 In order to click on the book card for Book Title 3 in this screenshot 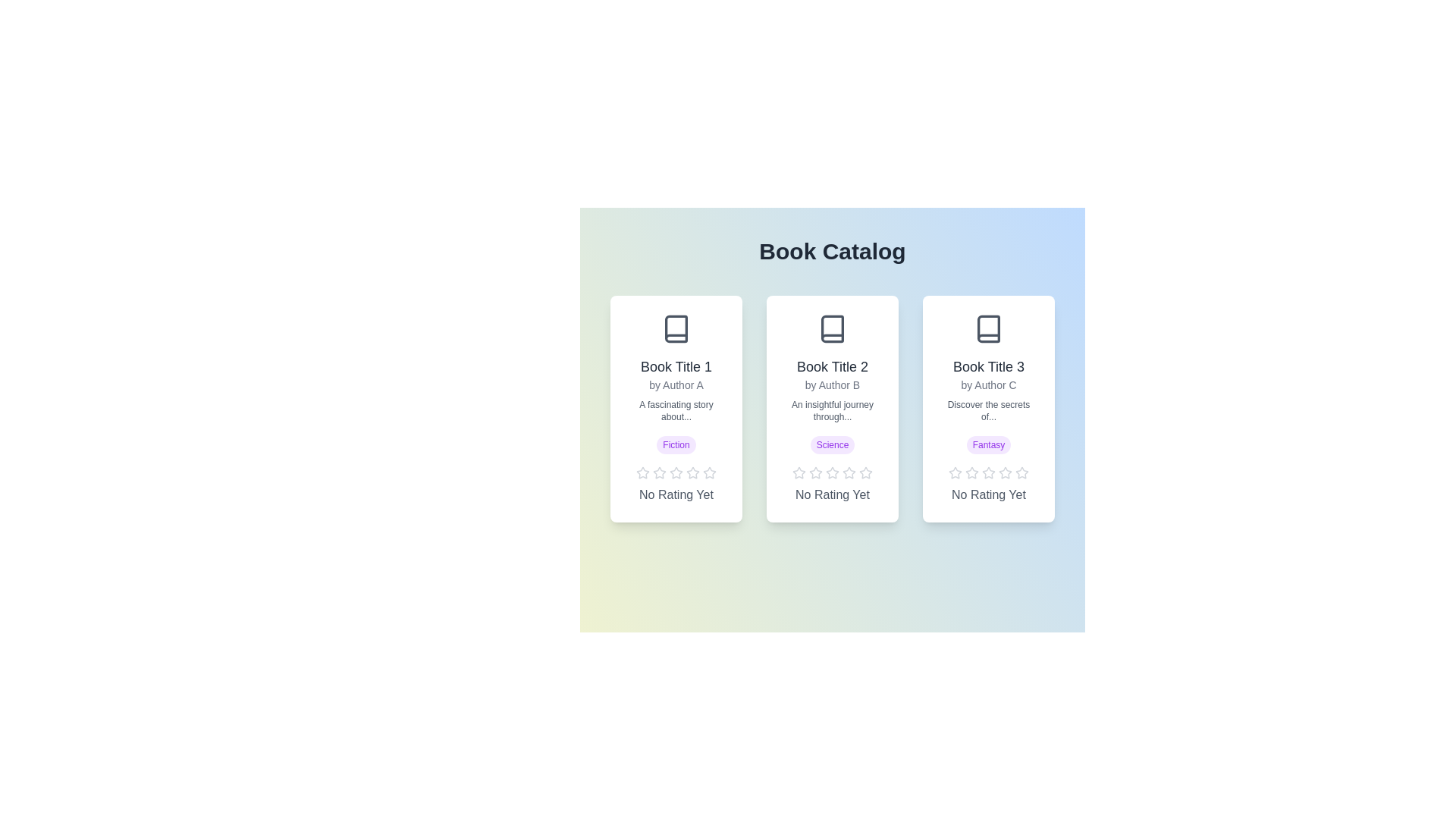, I will do `click(989, 408)`.